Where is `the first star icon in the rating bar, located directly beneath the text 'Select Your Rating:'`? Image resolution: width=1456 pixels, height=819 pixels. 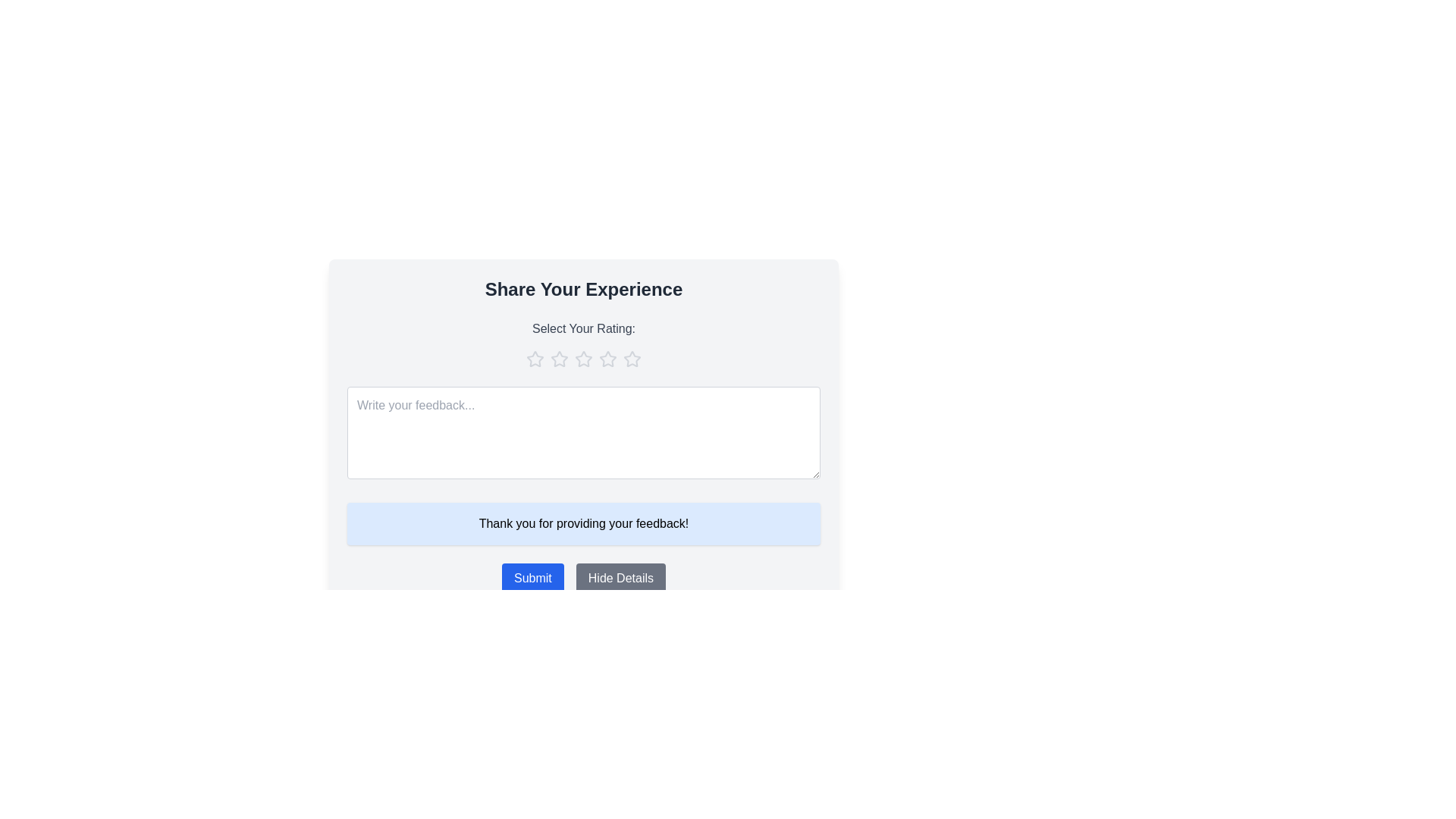
the first star icon in the rating bar, located directly beneath the text 'Select Your Rating:' is located at coordinates (535, 359).